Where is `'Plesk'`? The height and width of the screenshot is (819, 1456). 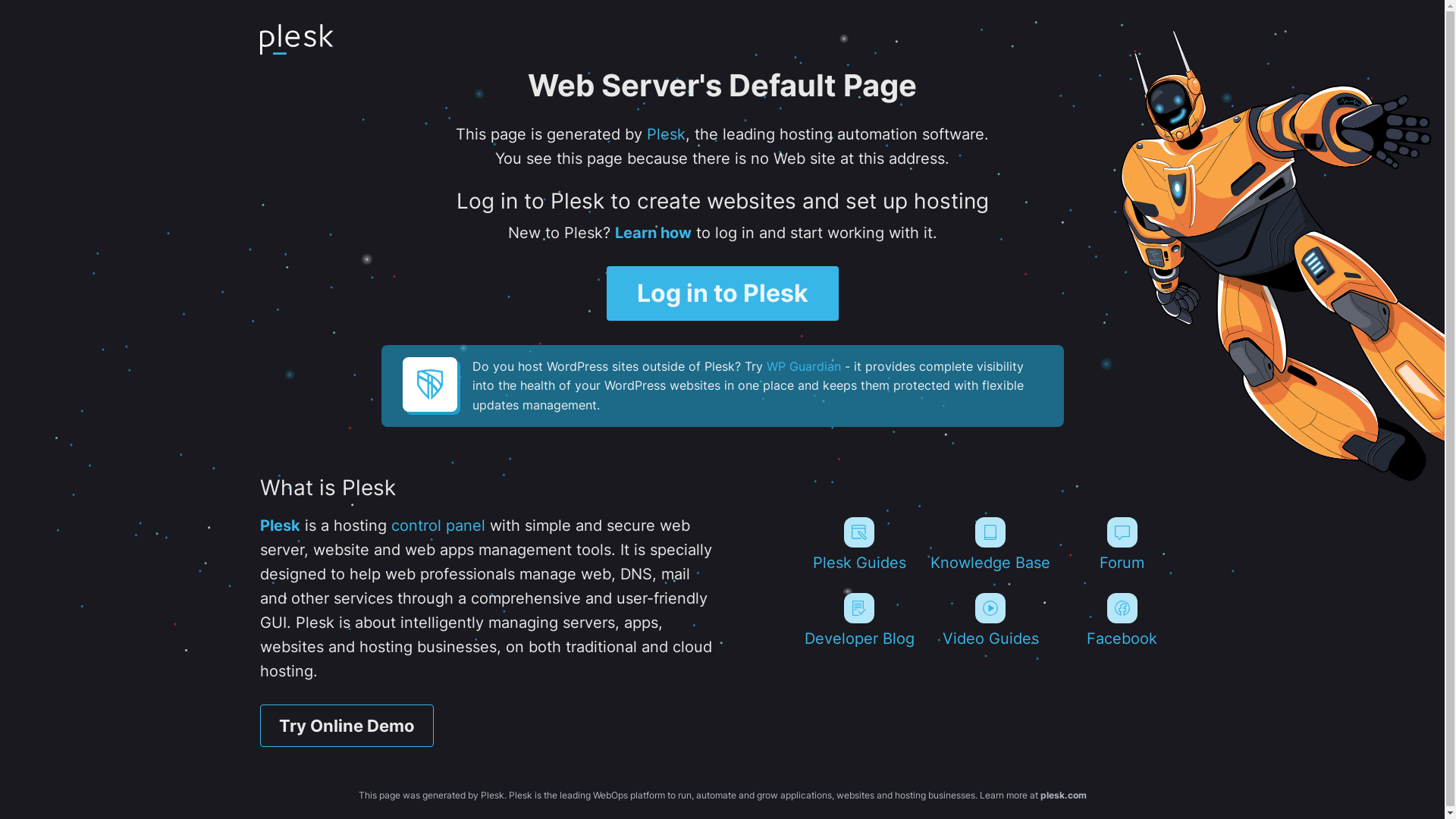
'Plesk' is located at coordinates (279, 525).